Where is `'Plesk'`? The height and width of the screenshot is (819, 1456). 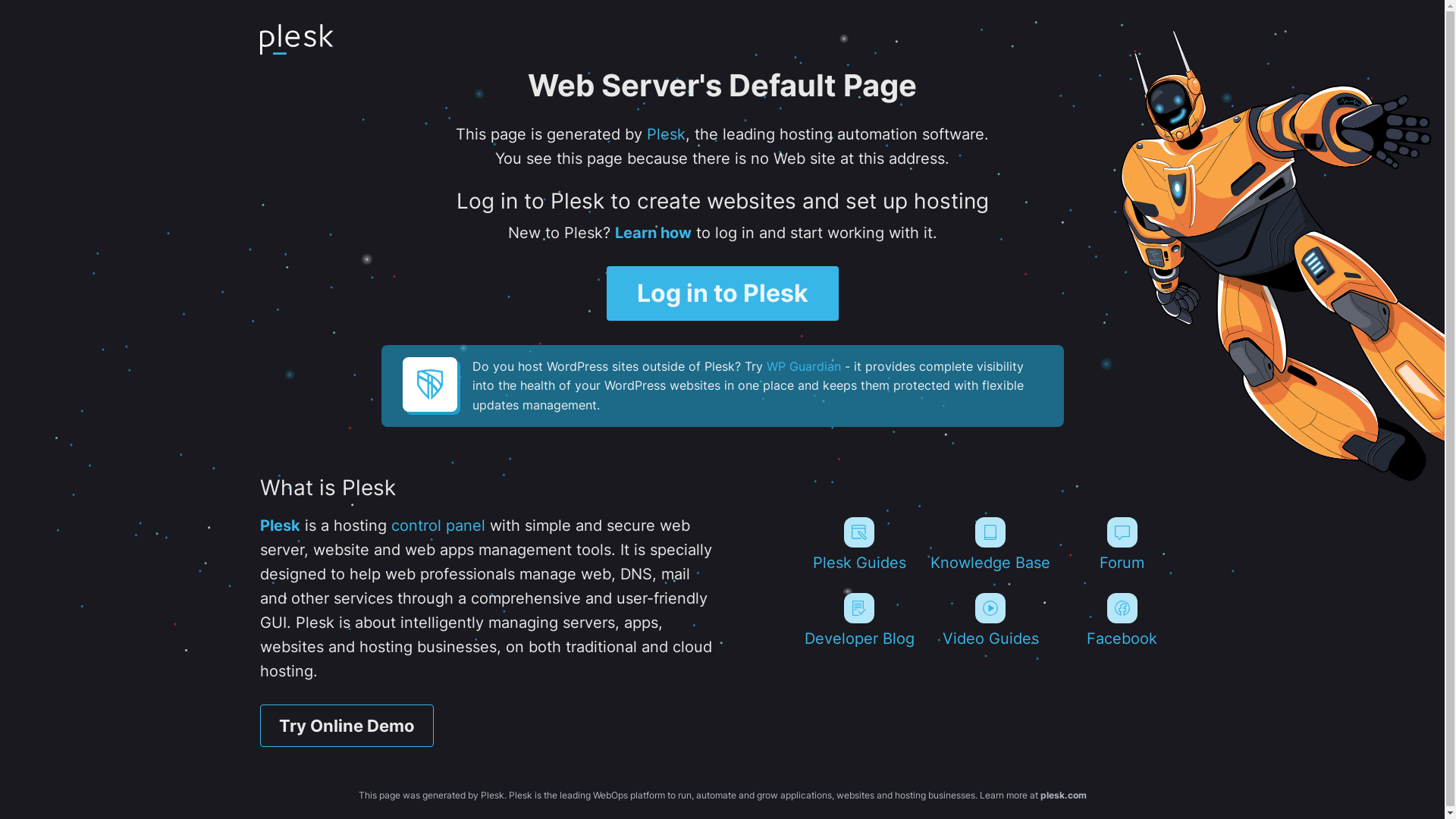
'Plesk' is located at coordinates (279, 525).